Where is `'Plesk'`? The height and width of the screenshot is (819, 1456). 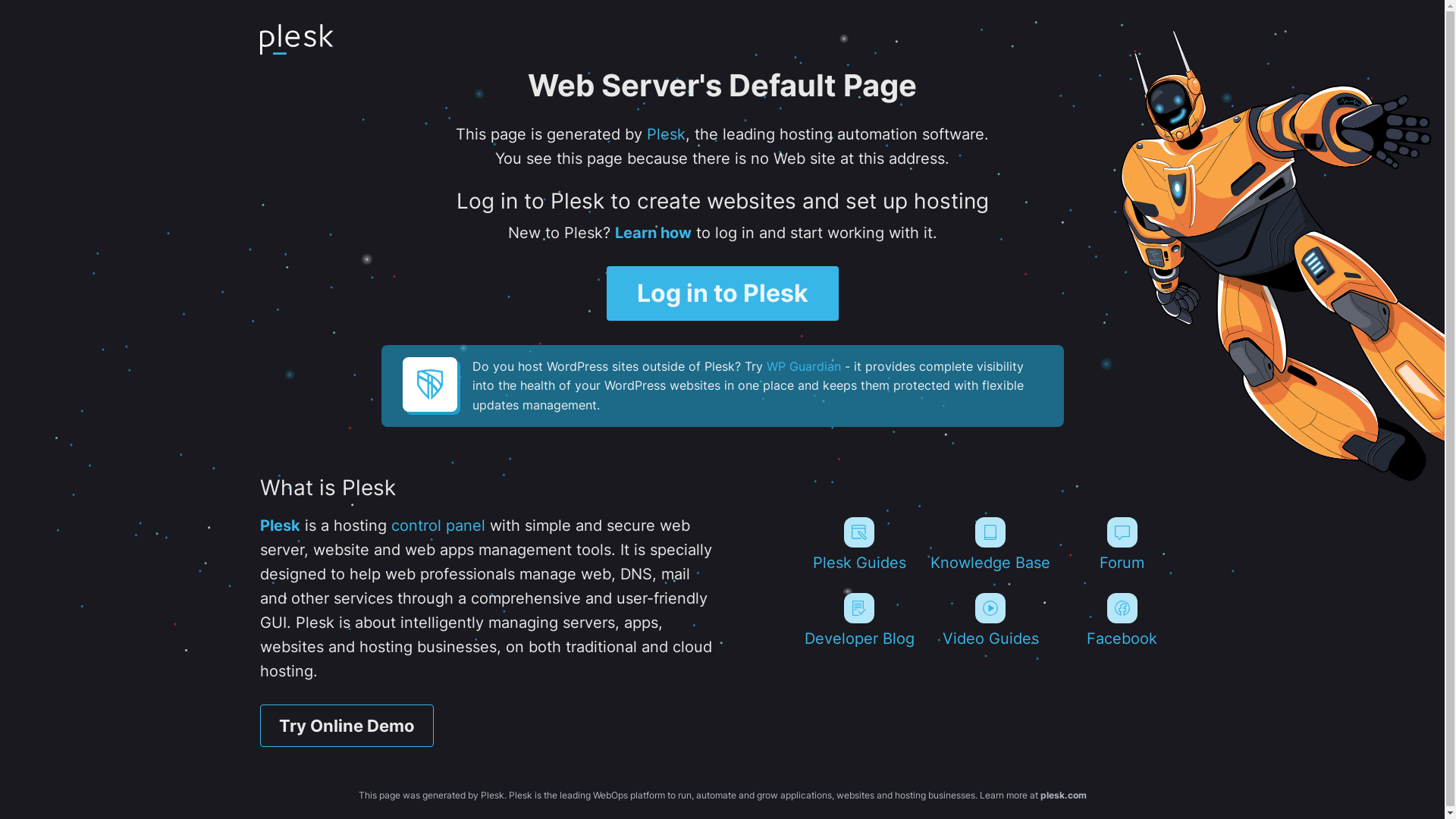
'Plesk' is located at coordinates (279, 525).